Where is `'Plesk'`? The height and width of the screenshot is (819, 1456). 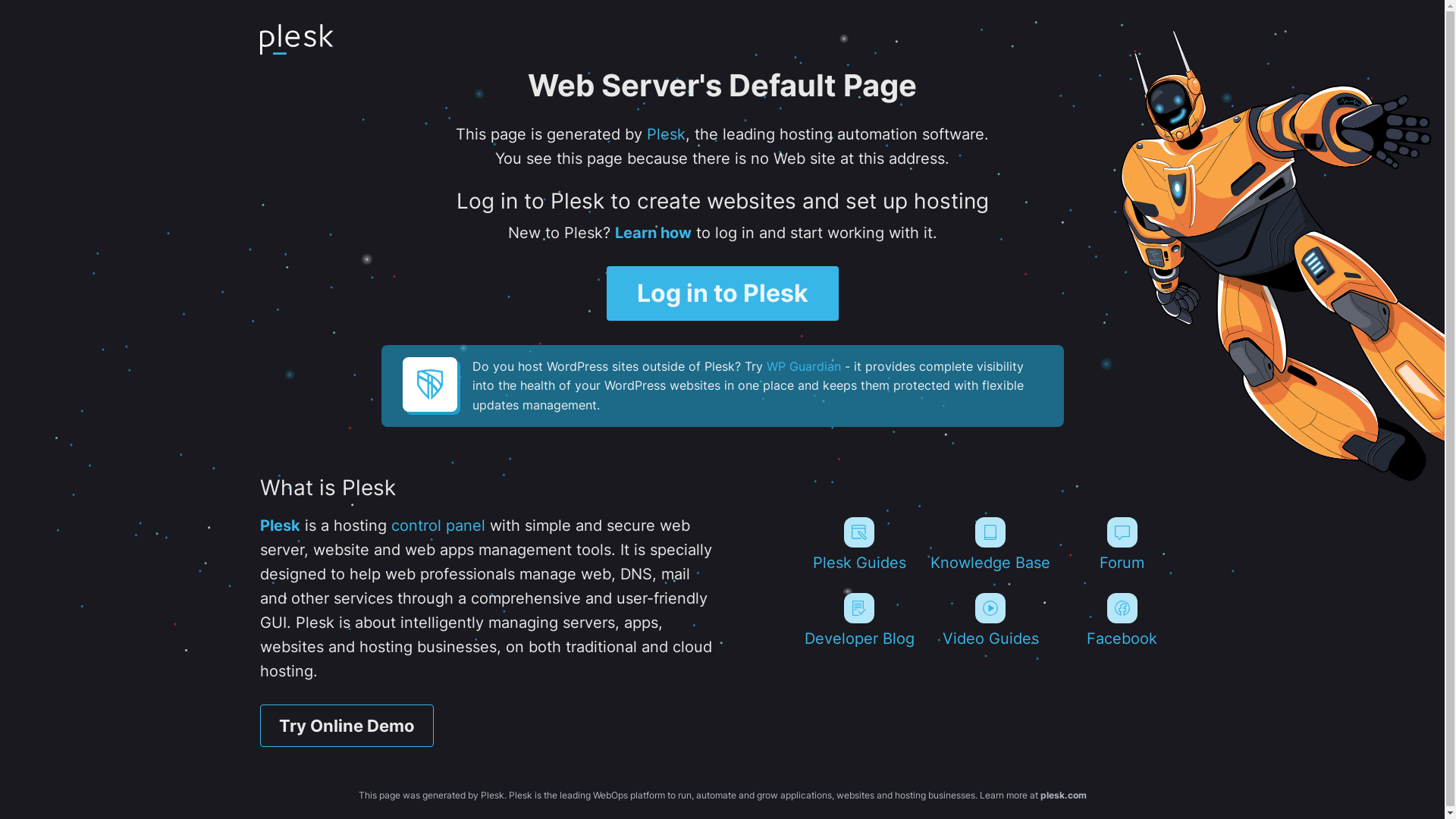
'Plesk' is located at coordinates (279, 525).